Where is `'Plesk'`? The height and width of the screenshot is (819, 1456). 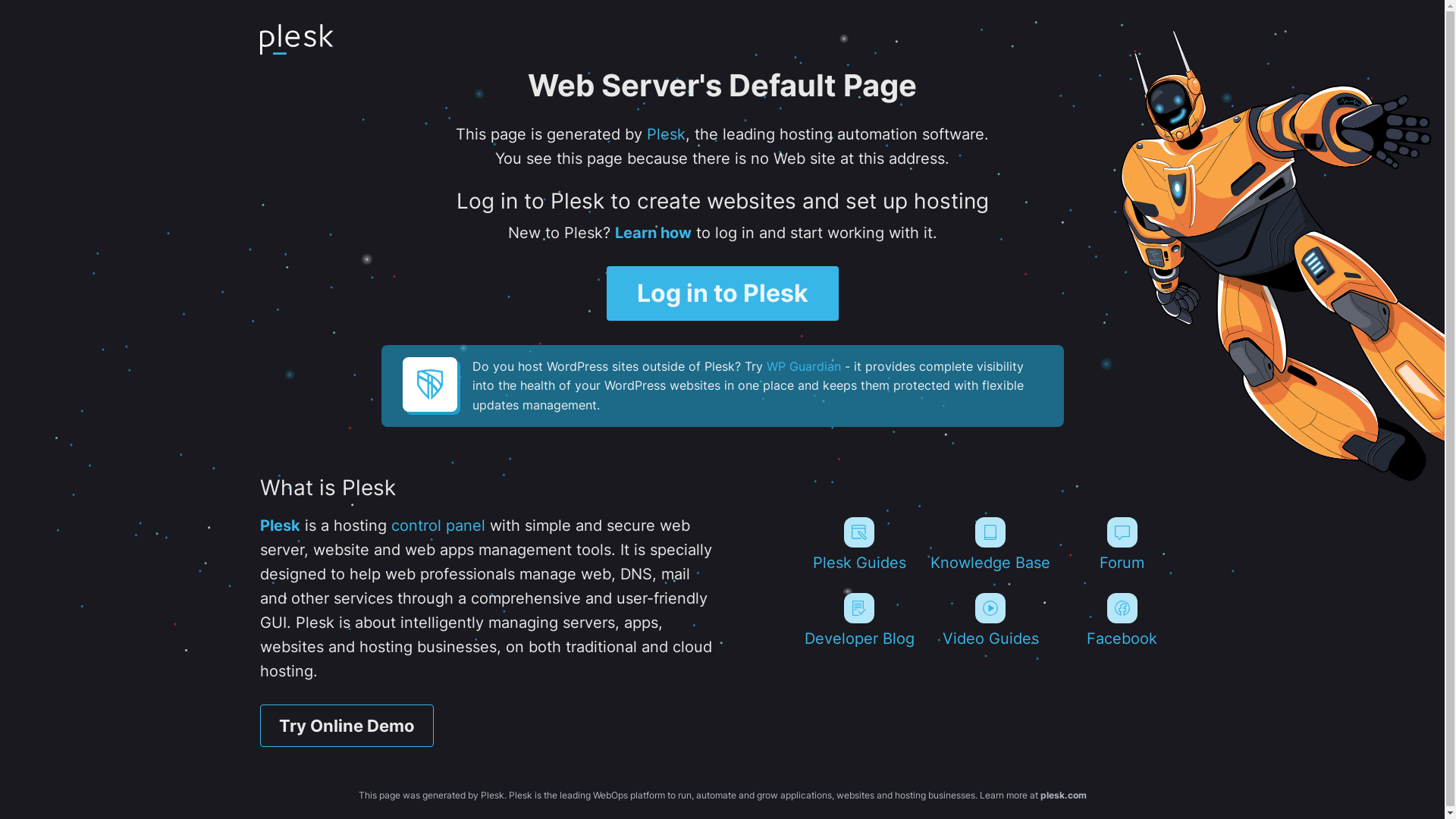
'Plesk' is located at coordinates (279, 525).